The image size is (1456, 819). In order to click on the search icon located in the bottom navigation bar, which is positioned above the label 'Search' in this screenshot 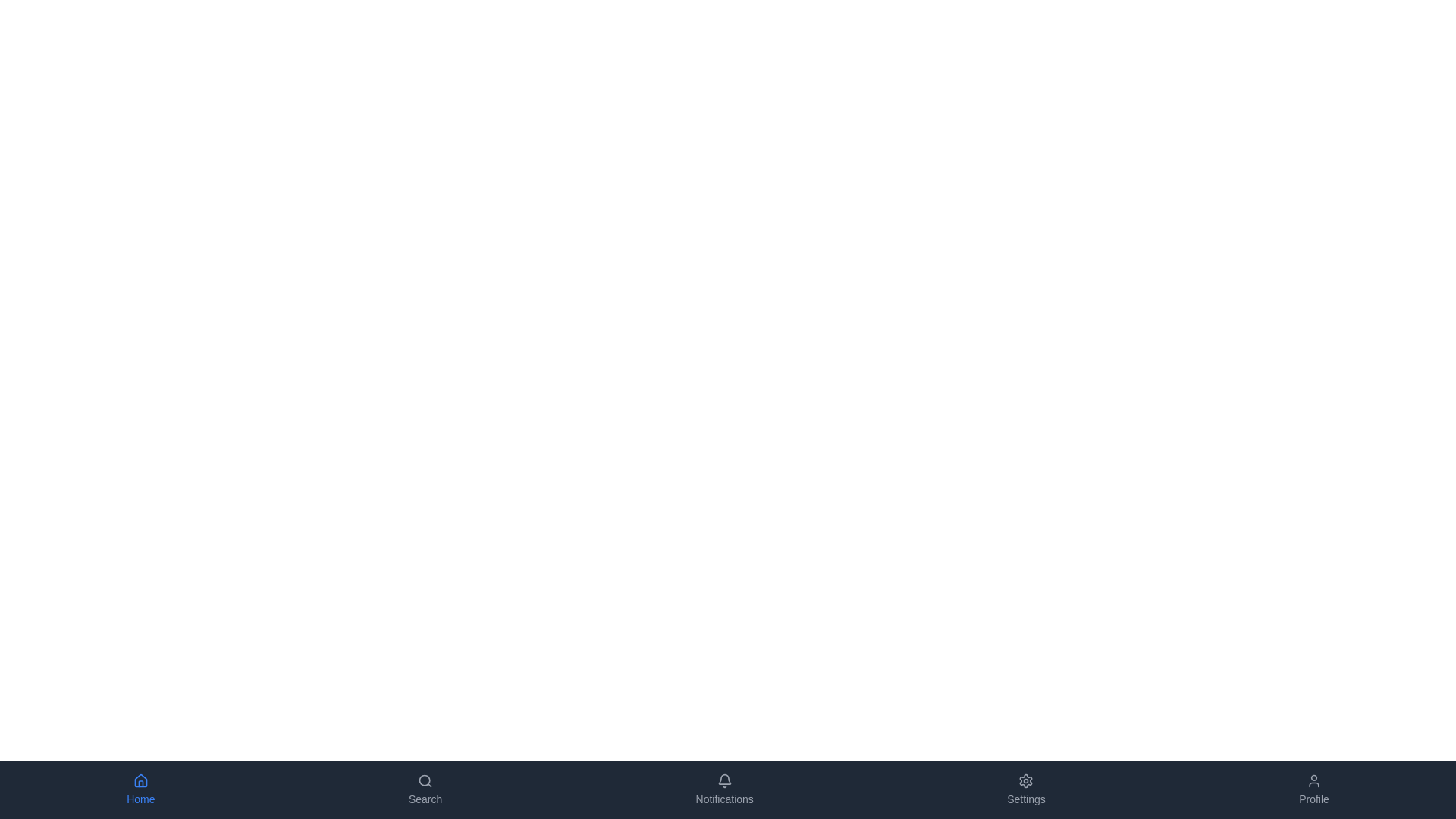, I will do `click(425, 780)`.